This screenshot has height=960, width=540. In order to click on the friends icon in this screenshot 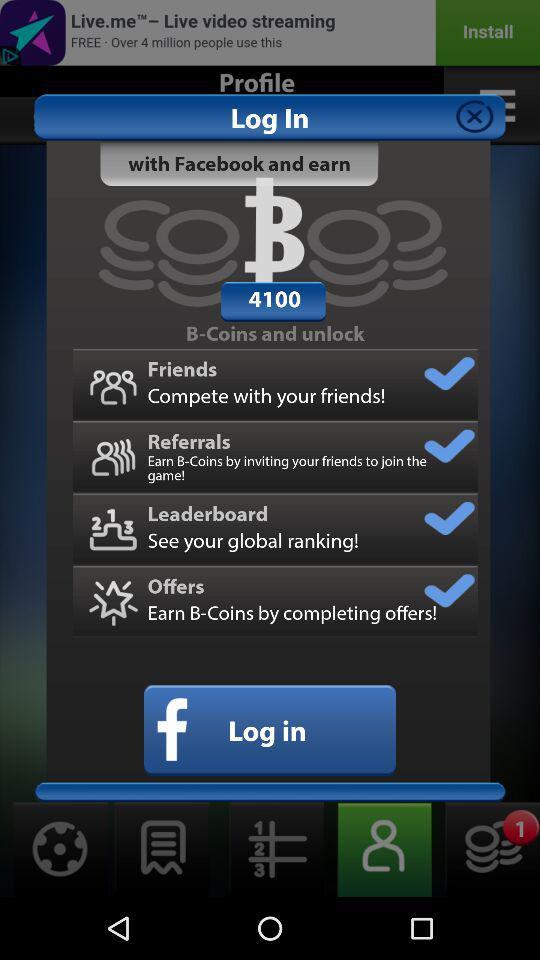, I will do `click(113, 383)`.